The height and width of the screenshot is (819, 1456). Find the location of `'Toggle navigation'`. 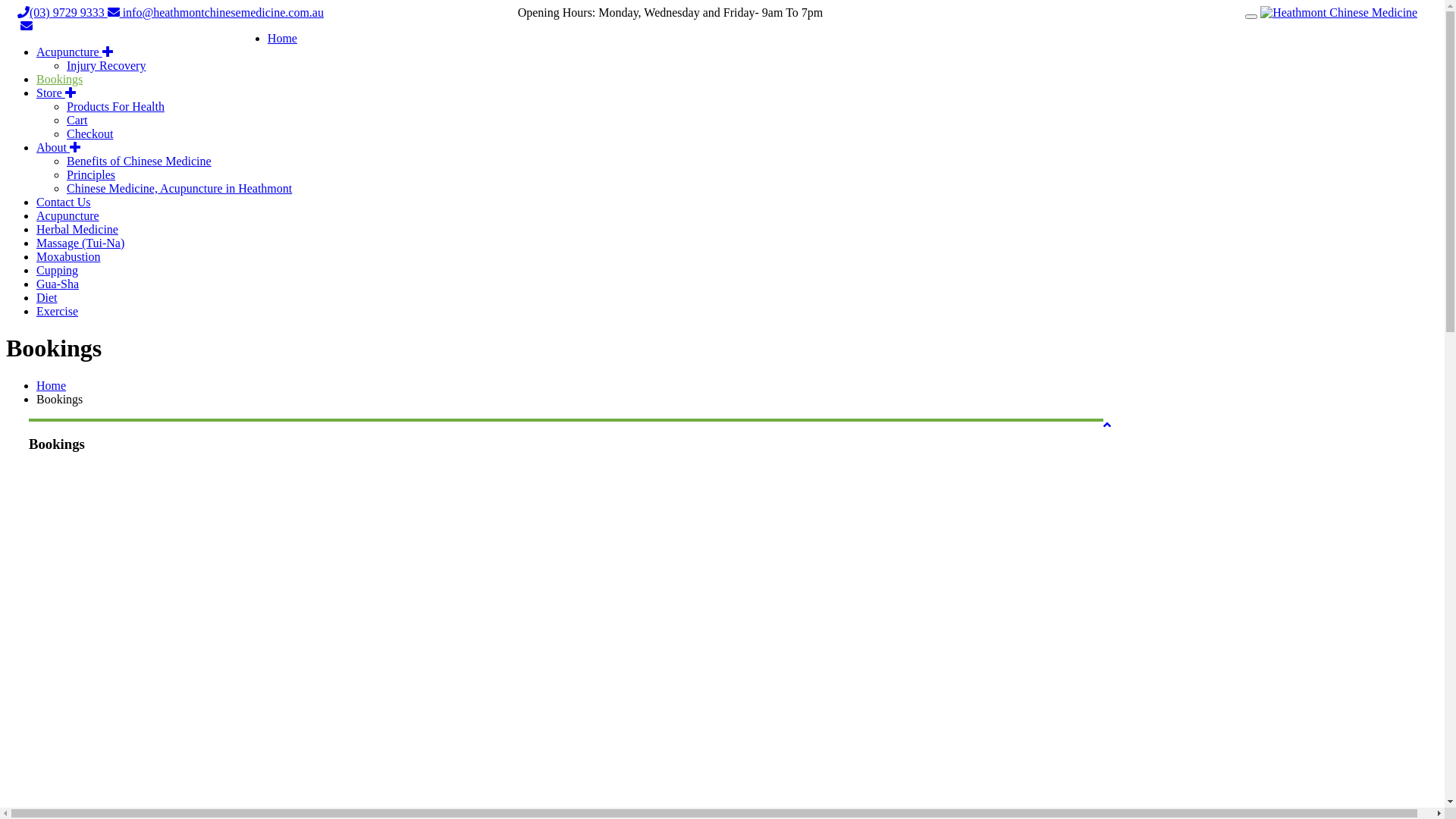

'Toggle navigation' is located at coordinates (1251, 17).